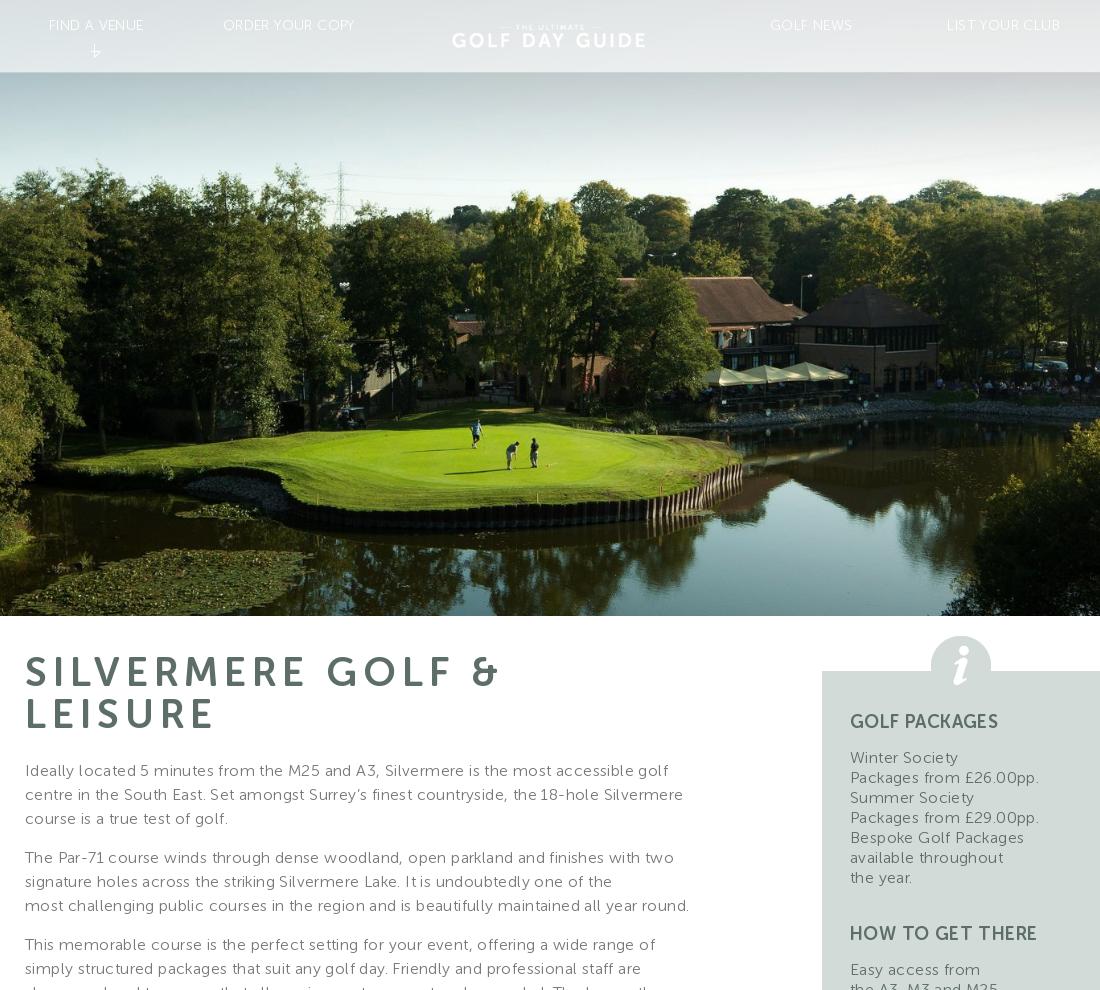 This screenshot has height=990, width=1100. I want to click on 'Bespoke Golf Packages', so click(936, 836).